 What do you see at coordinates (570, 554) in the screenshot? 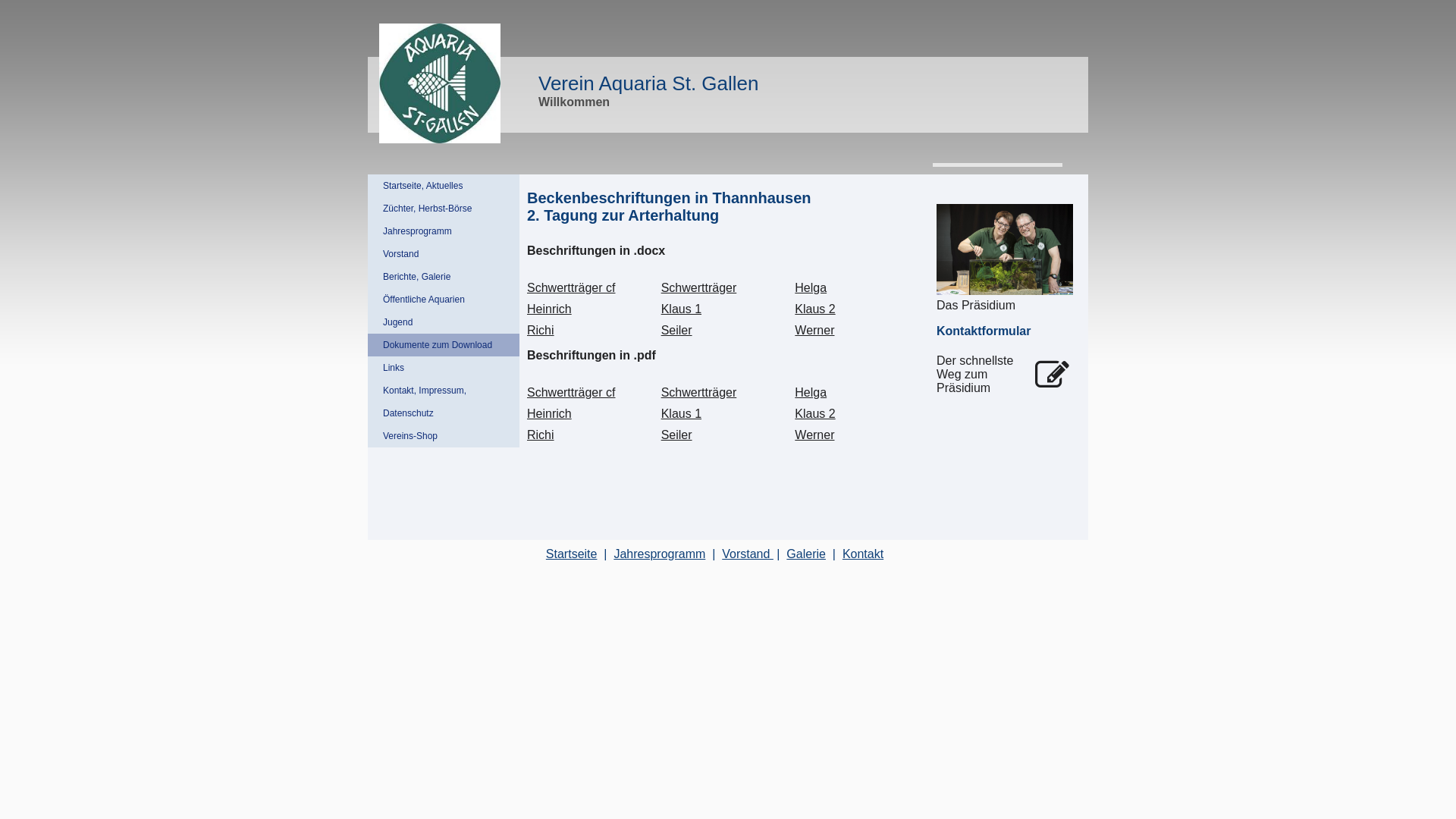
I see `'Startseite'` at bounding box center [570, 554].